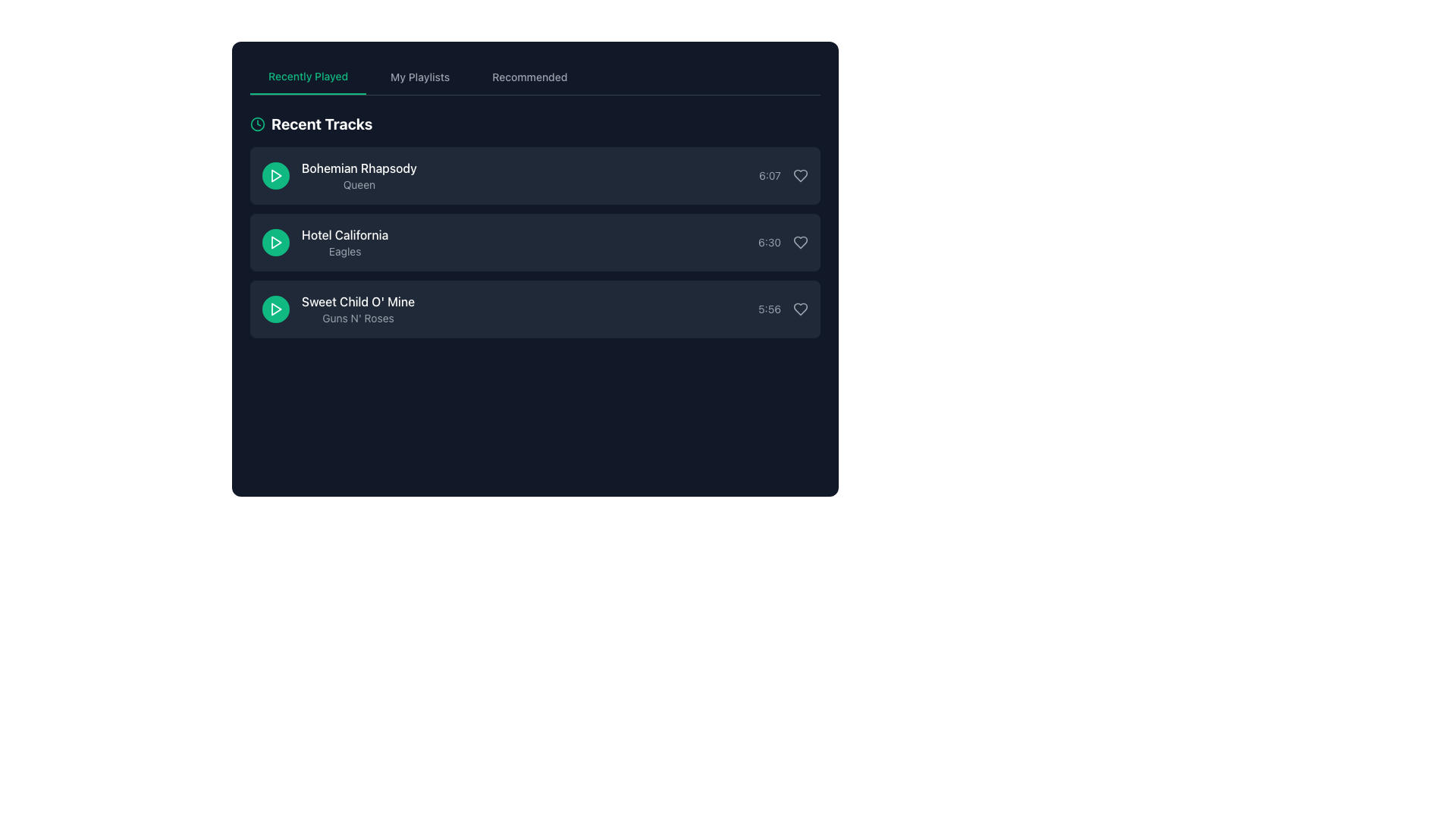  Describe the element at coordinates (535, 242) in the screenshot. I see `and drag the interactive list item (track detail) for 'Hotel California' to reorder it in the 'Recent Tracks' section` at that location.